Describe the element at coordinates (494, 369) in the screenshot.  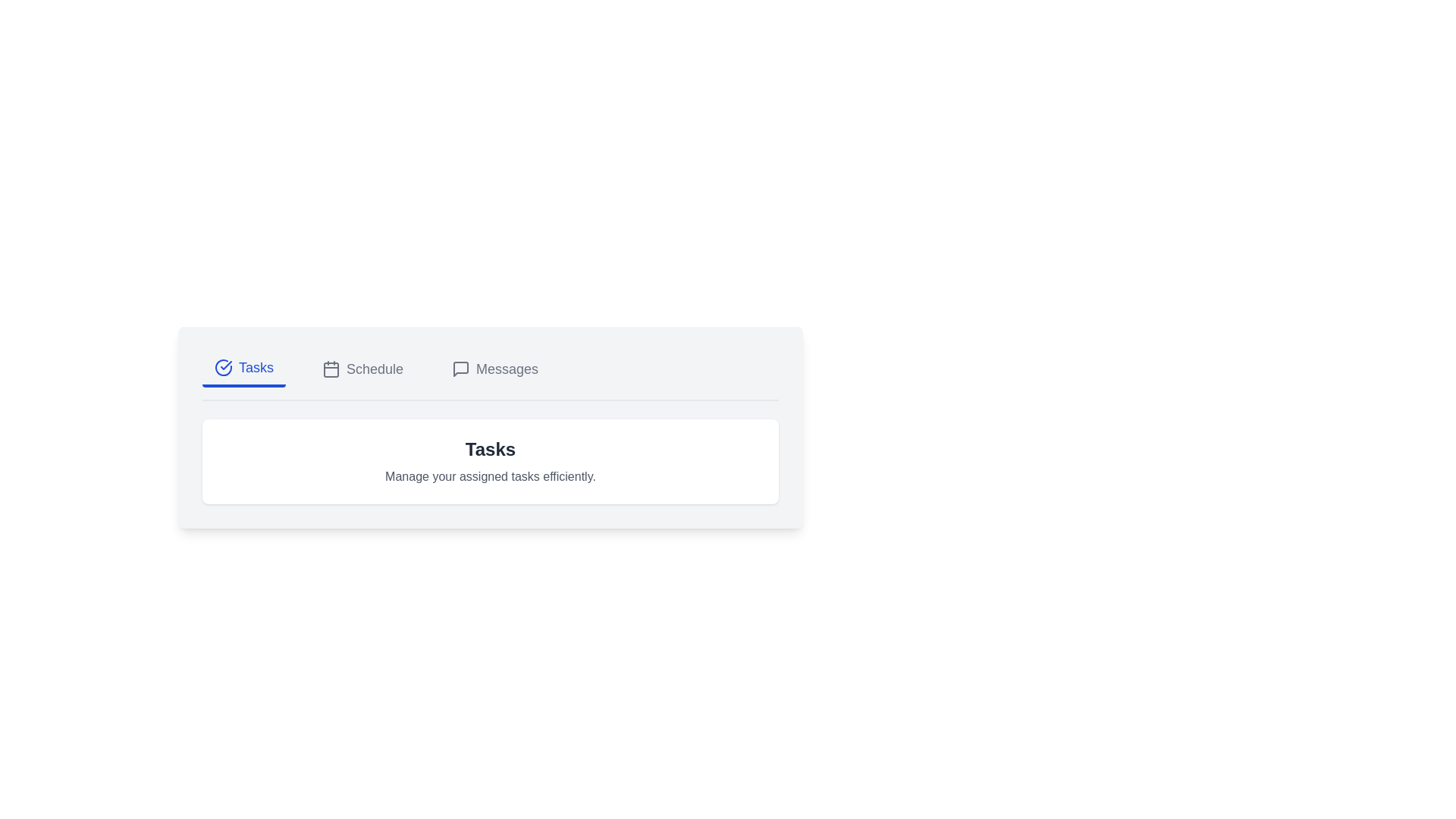
I see `the Messages tab` at that location.